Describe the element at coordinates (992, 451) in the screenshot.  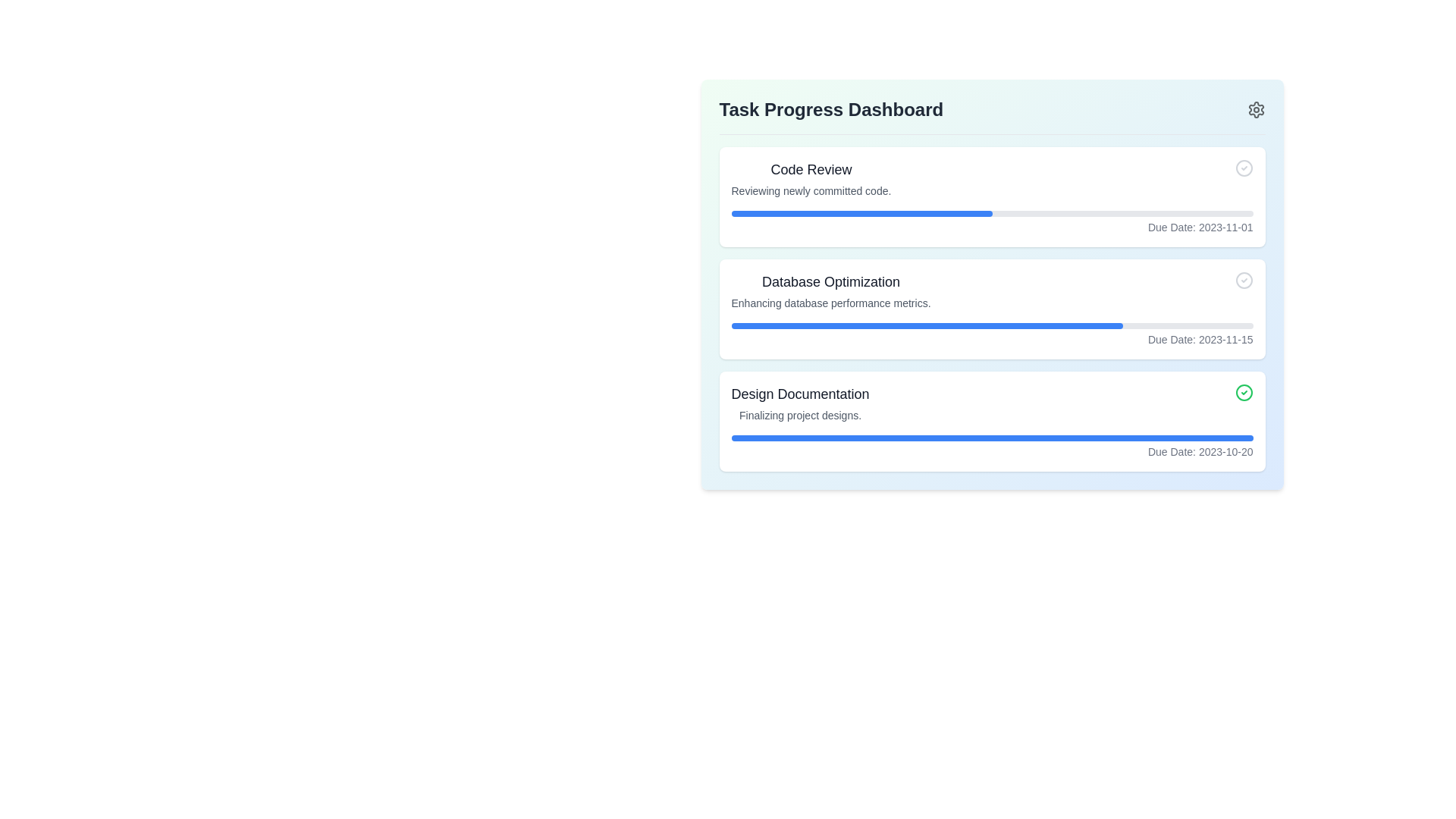
I see `the text label displaying 'Due Date: 2023-10-20' located at the bottom-right of the 'Design Documentation' section in the task progress dashboard` at that location.